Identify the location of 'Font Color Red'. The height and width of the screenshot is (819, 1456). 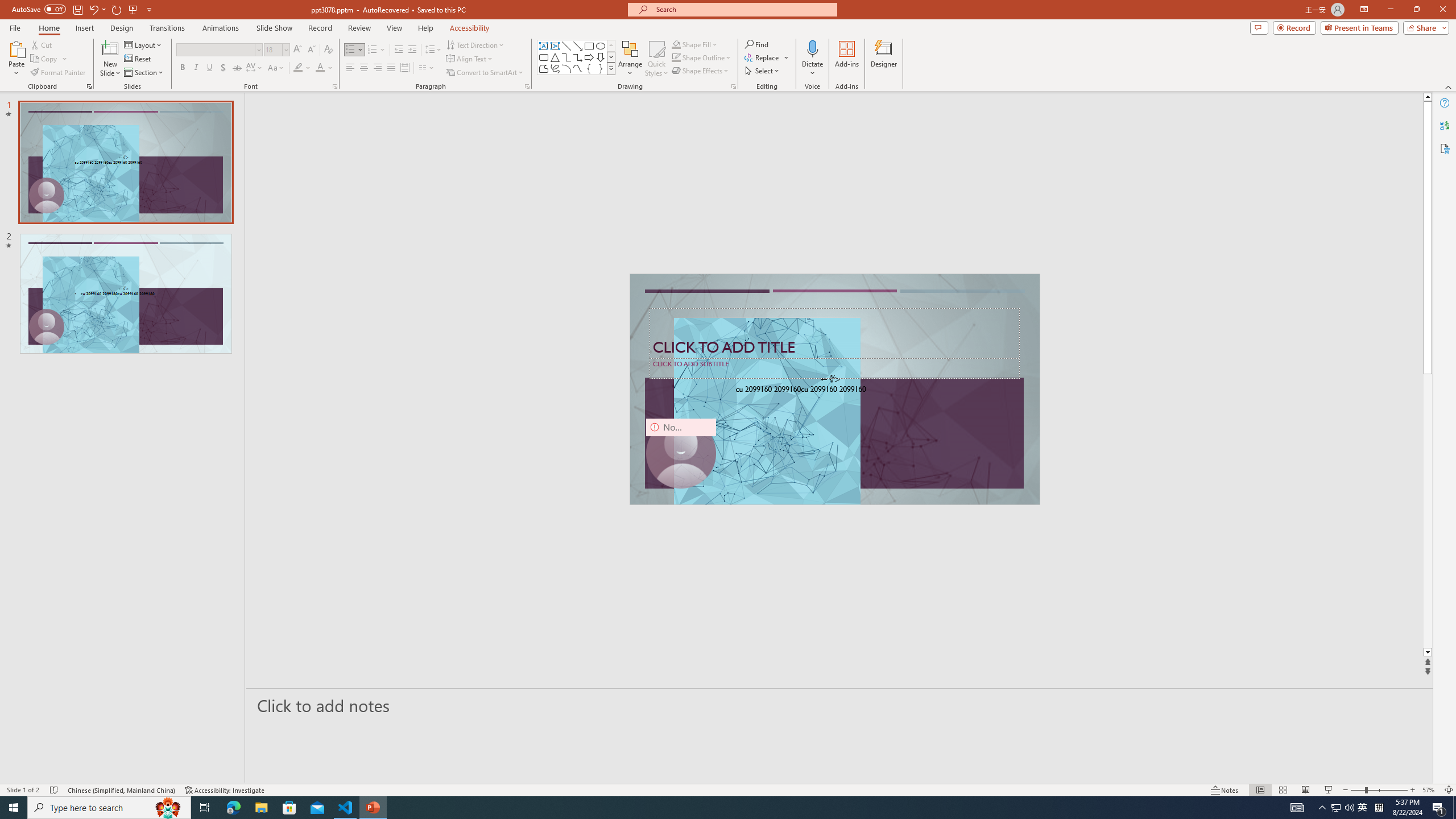
(320, 67).